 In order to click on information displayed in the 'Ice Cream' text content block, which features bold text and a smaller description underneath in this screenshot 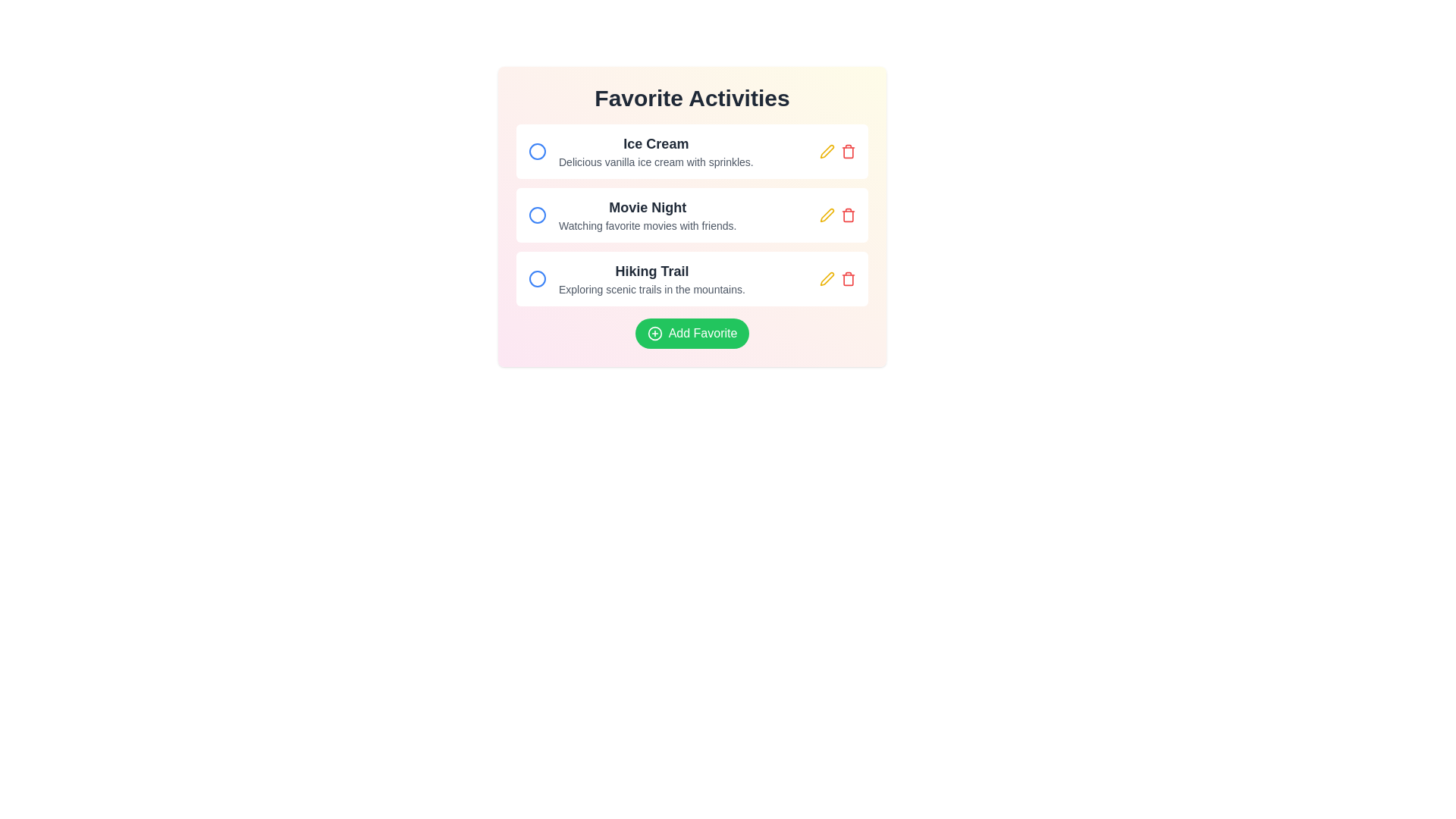, I will do `click(656, 152)`.